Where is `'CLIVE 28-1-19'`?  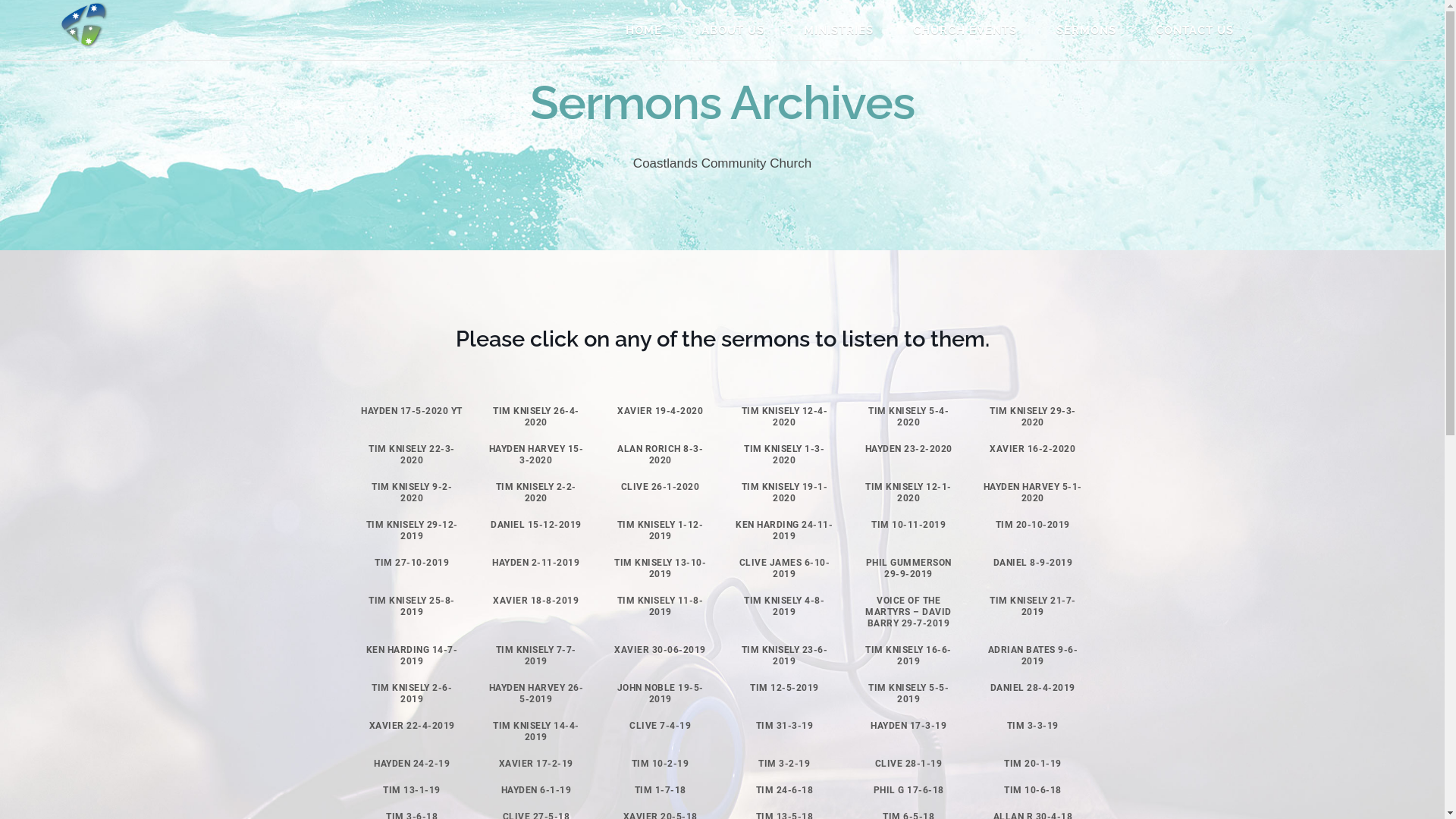
'CLIVE 28-1-19' is located at coordinates (908, 763).